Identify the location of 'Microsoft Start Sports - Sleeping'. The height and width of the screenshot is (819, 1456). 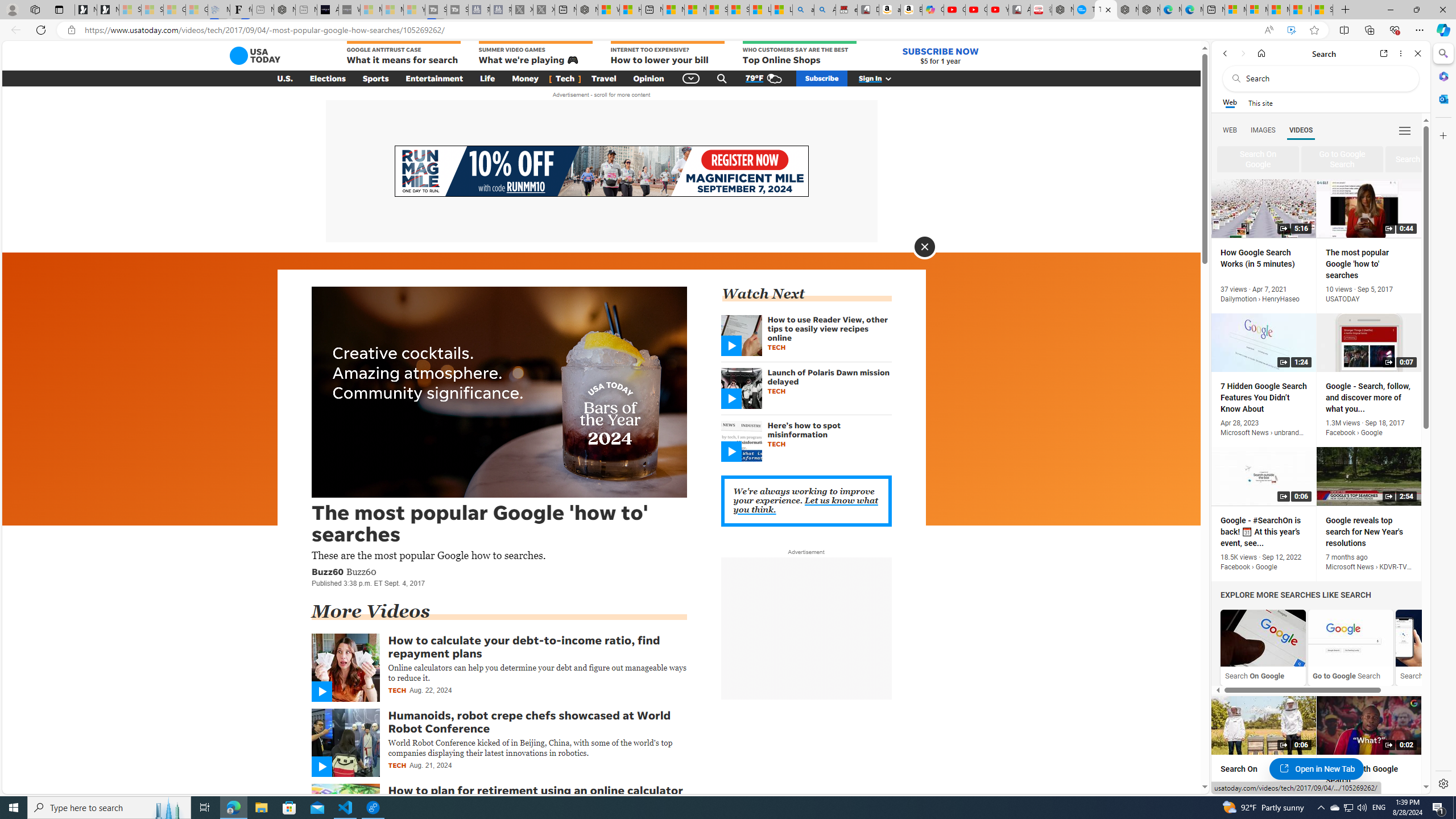
(371, 9).